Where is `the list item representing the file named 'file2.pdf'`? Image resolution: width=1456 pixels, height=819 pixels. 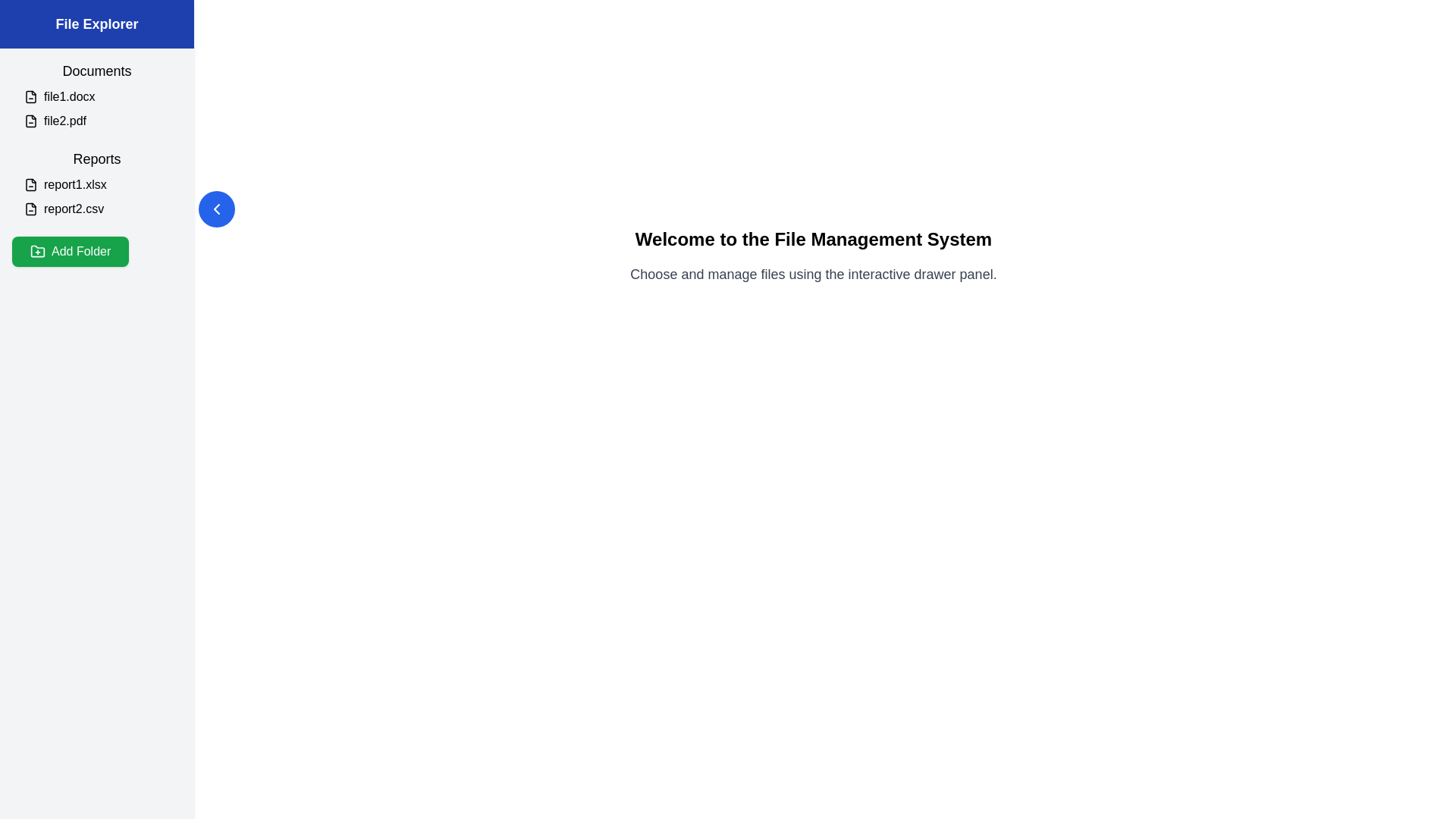
the list item representing the file named 'file2.pdf' is located at coordinates (102, 120).